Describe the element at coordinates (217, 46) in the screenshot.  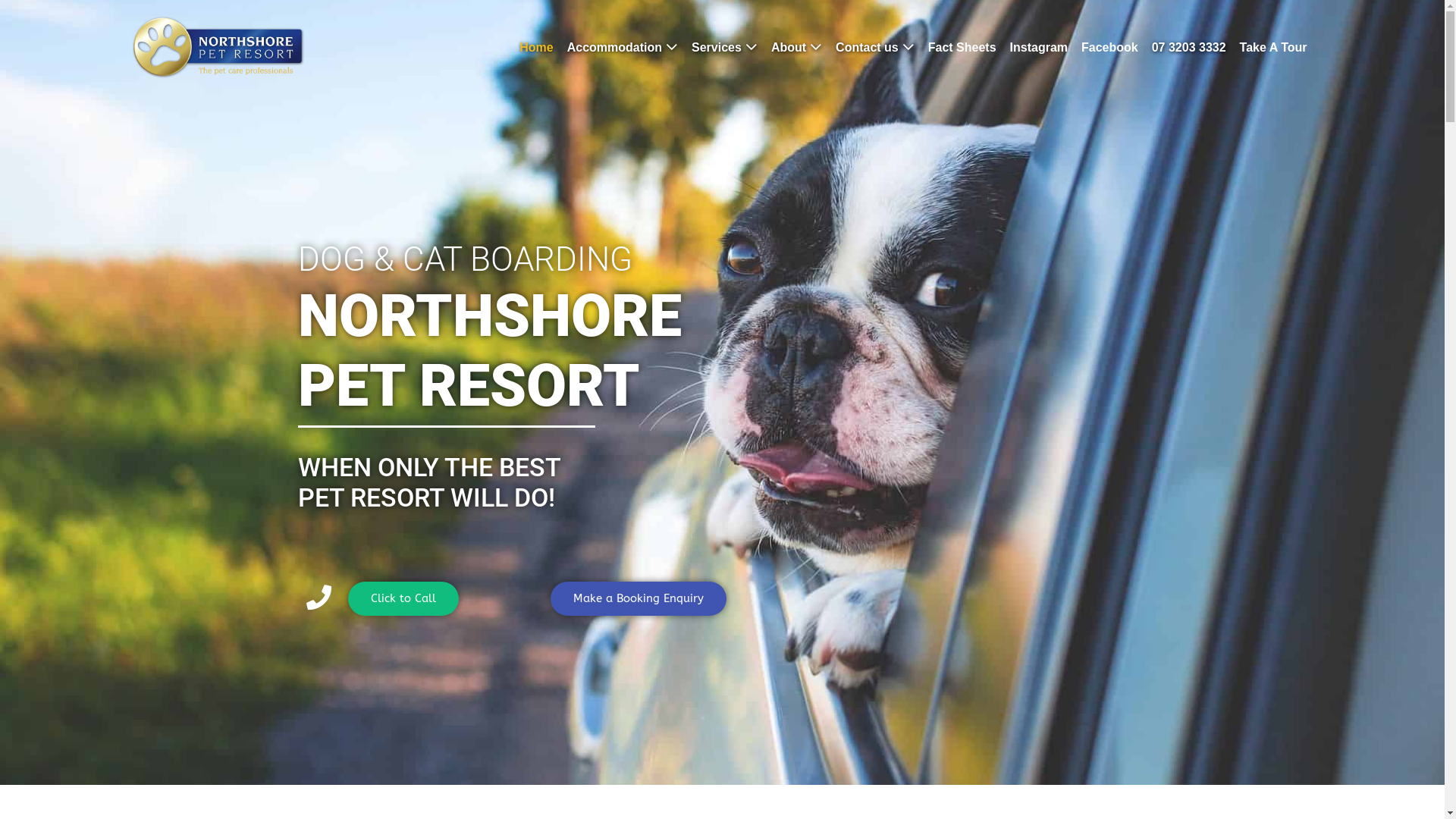
I see `'Northshore Pet Resort'` at that location.